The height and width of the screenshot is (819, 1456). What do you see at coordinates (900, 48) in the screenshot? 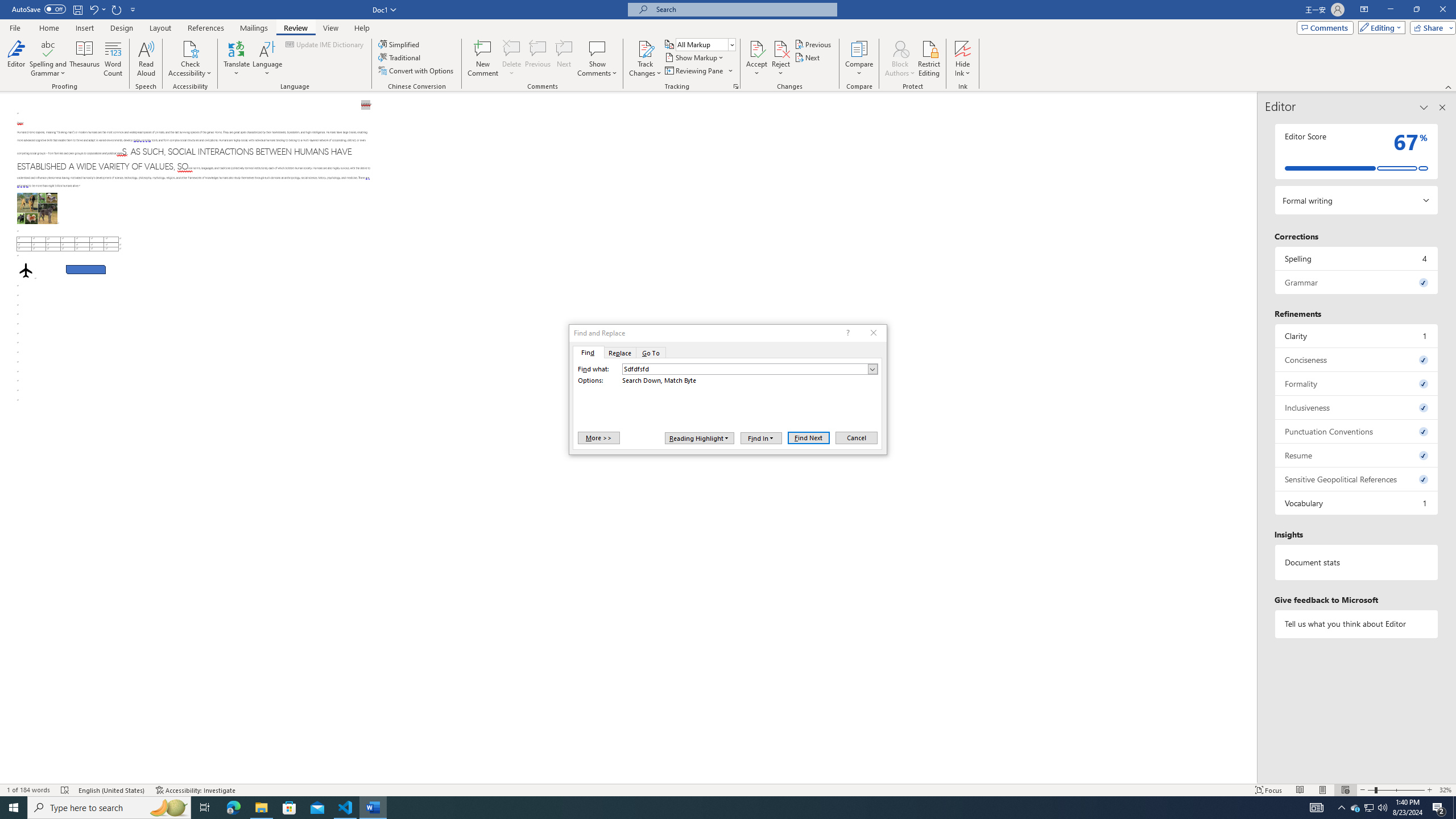
I see `'Block Authors'` at bounding box center [900, 48].